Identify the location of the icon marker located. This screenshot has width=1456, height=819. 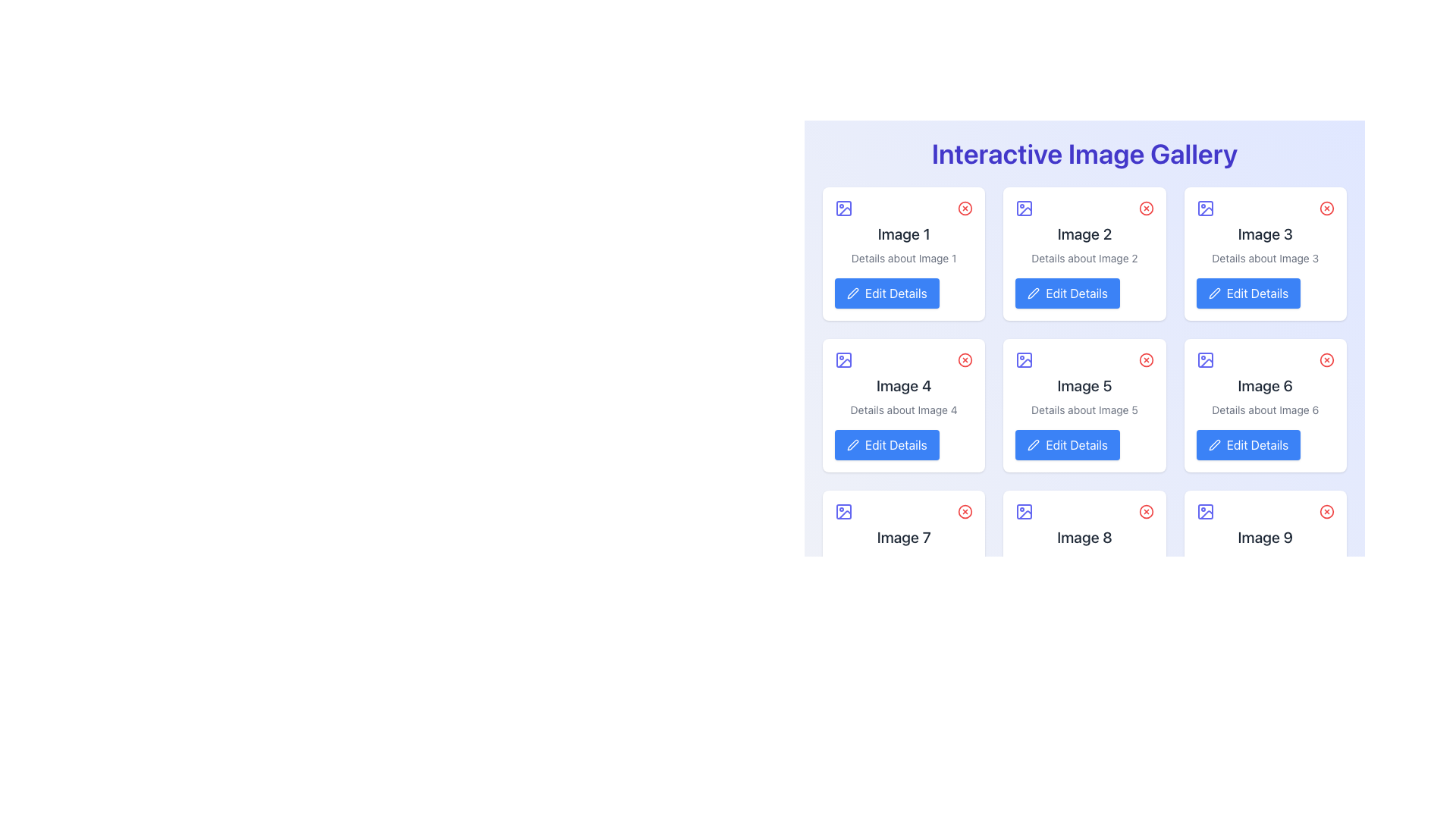
(843, 359).